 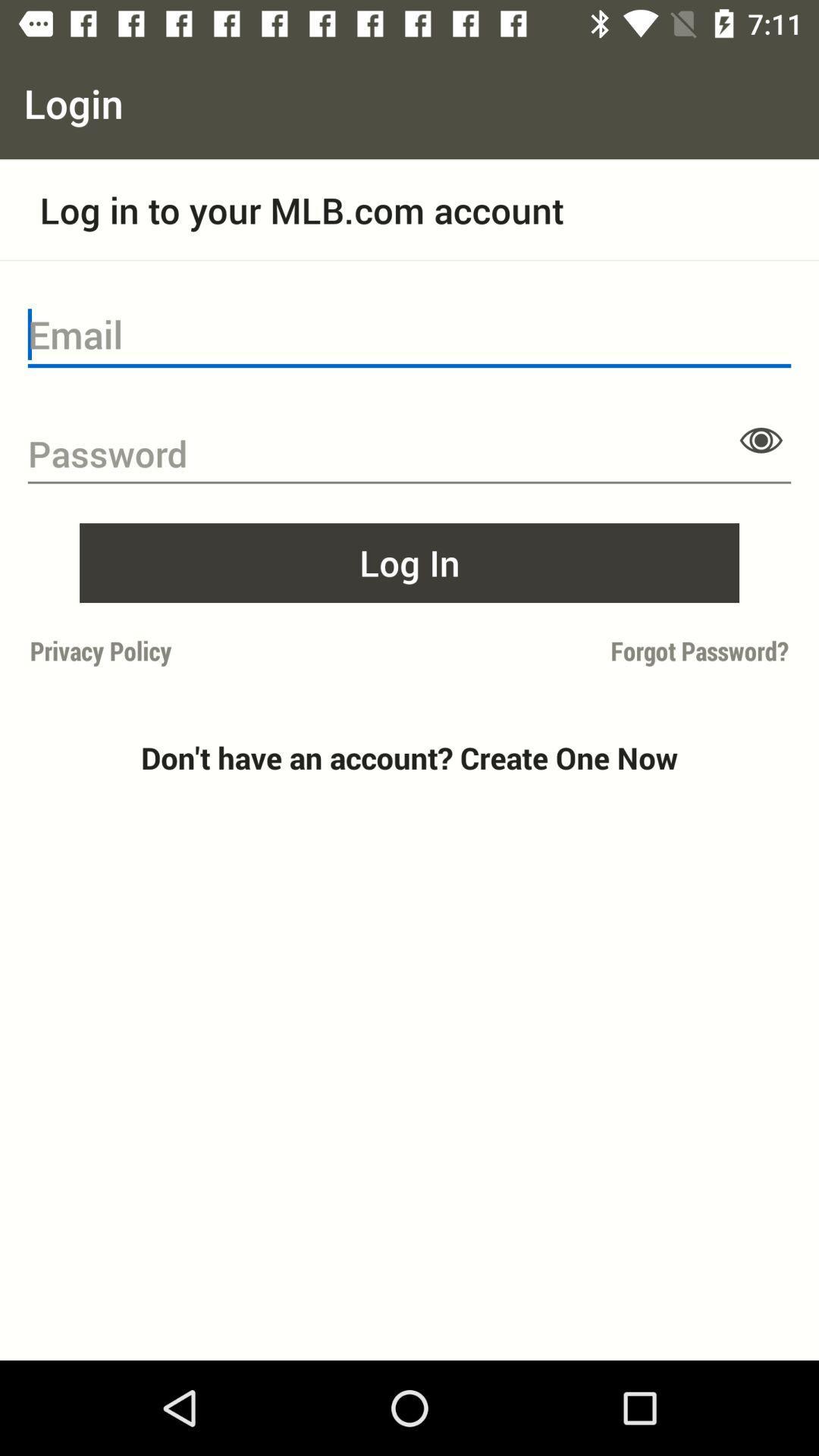 What do you see at coordinates (409, 758) in the screenshot?
I see `the icon below the privacy policy item` at bounding box center [409, 758].